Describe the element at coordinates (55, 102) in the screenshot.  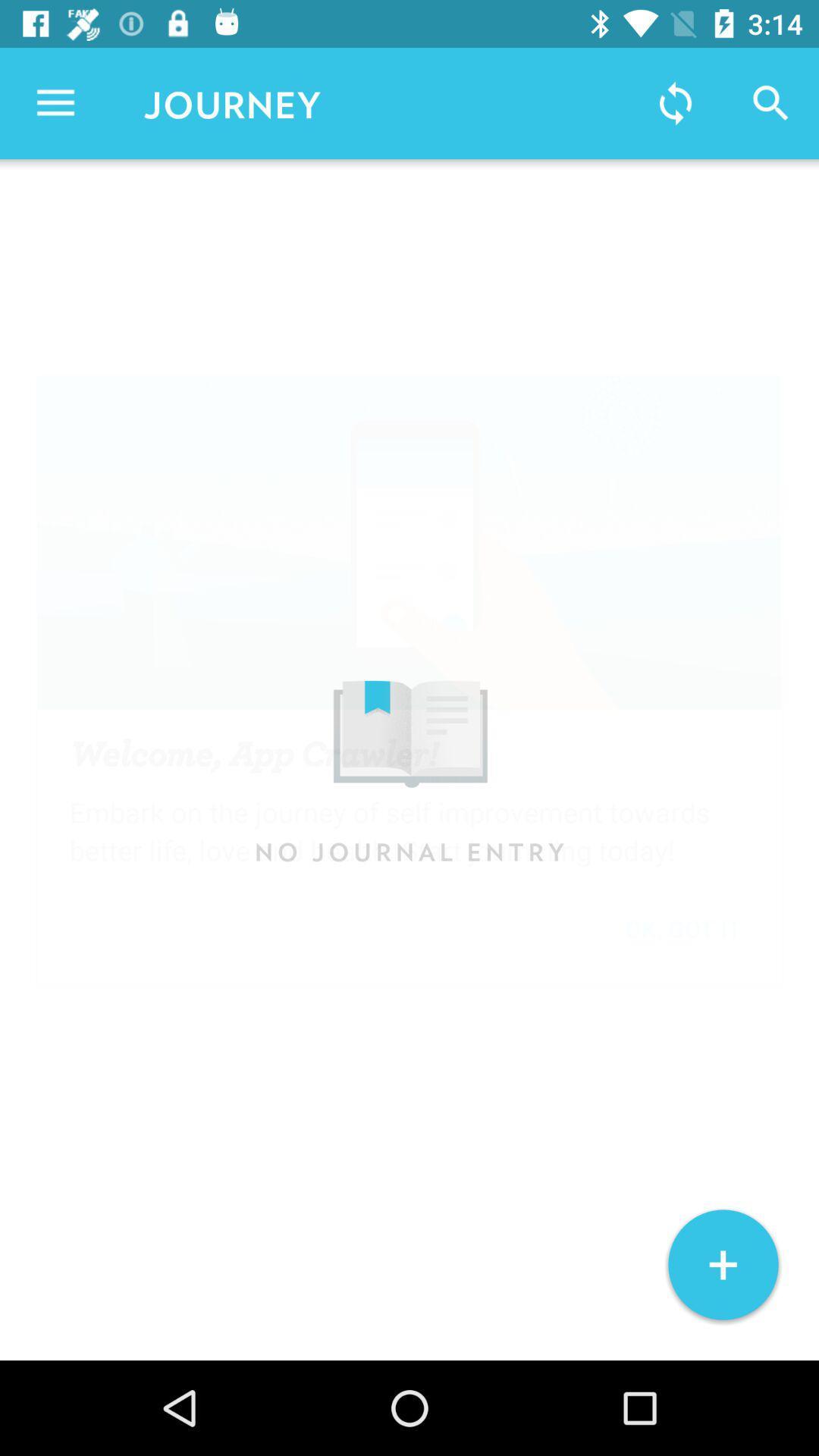
I see `the item next to the journey icon` at that location.